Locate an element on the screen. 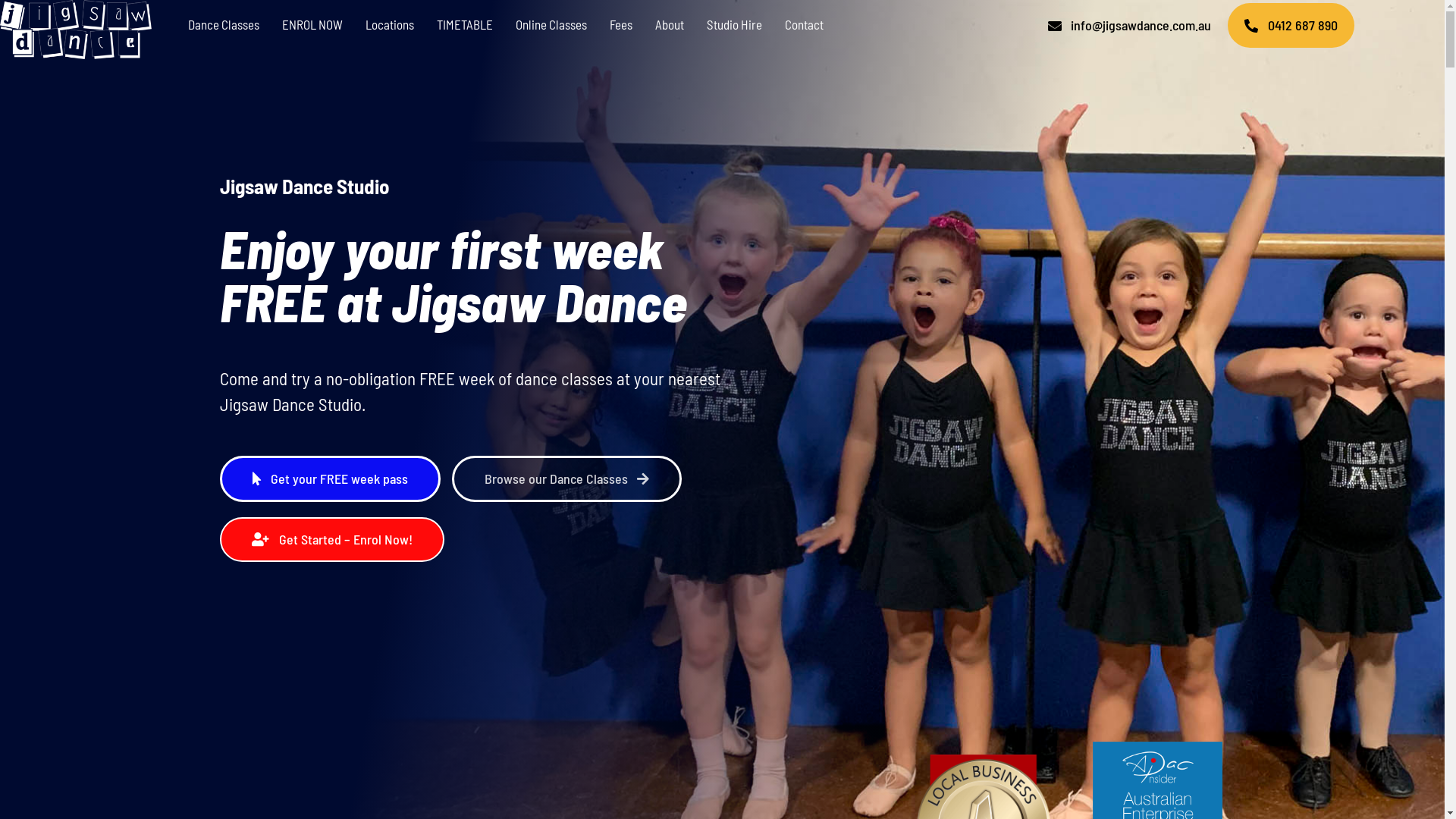  'Browse our Dance Classes' is located at coordinates (566, 479).